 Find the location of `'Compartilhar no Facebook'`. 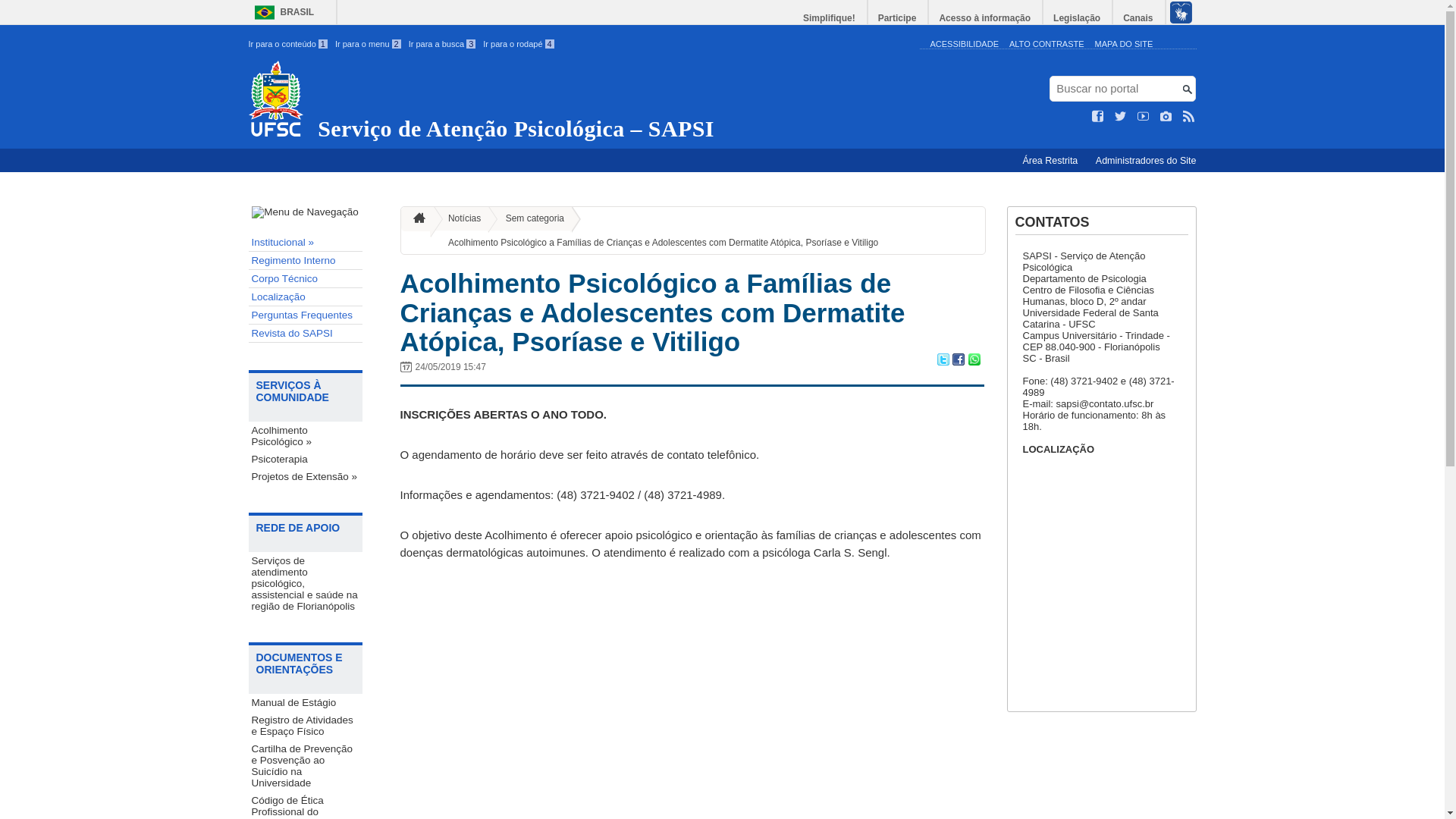

'Compartilhar no Facebook' is located at coordinates (957, 361).